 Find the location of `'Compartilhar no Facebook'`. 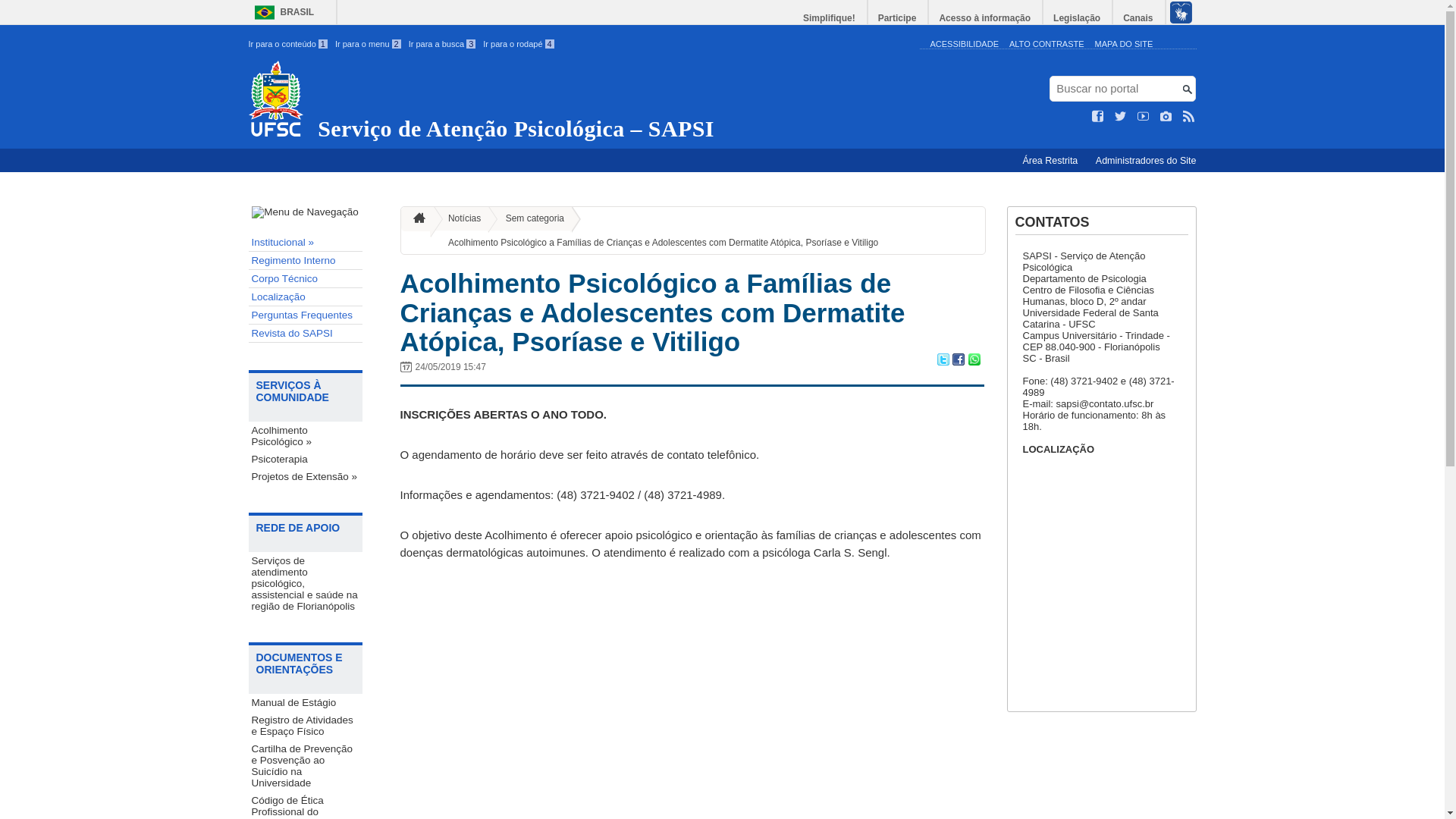

'Compartilhar no Facebook' is located at coordinates (957, 361).